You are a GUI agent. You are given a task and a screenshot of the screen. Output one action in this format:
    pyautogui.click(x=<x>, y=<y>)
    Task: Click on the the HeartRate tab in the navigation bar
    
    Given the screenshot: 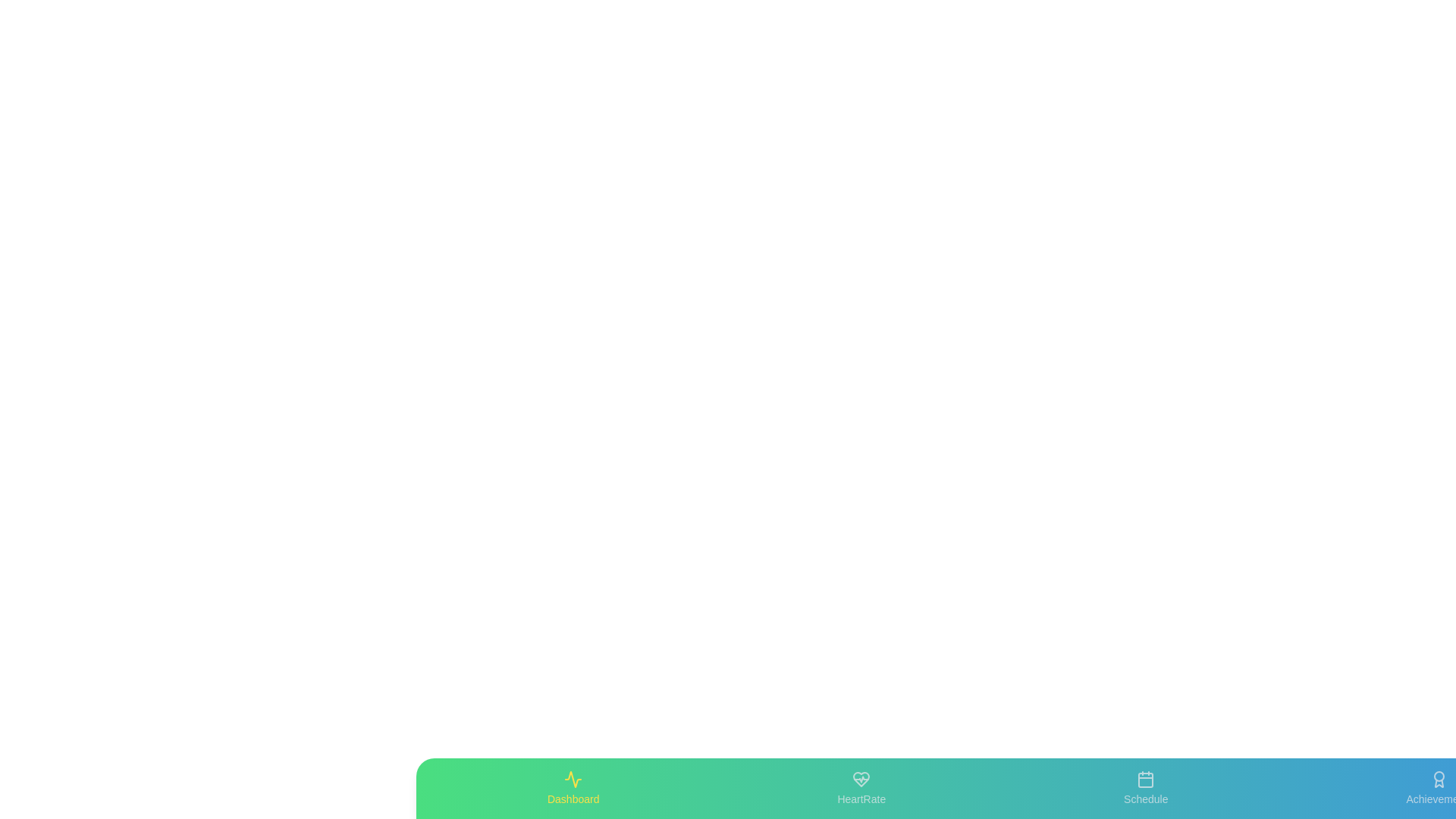 What is the action you would take?
    pyautogui.click(x=861, y=788)
    